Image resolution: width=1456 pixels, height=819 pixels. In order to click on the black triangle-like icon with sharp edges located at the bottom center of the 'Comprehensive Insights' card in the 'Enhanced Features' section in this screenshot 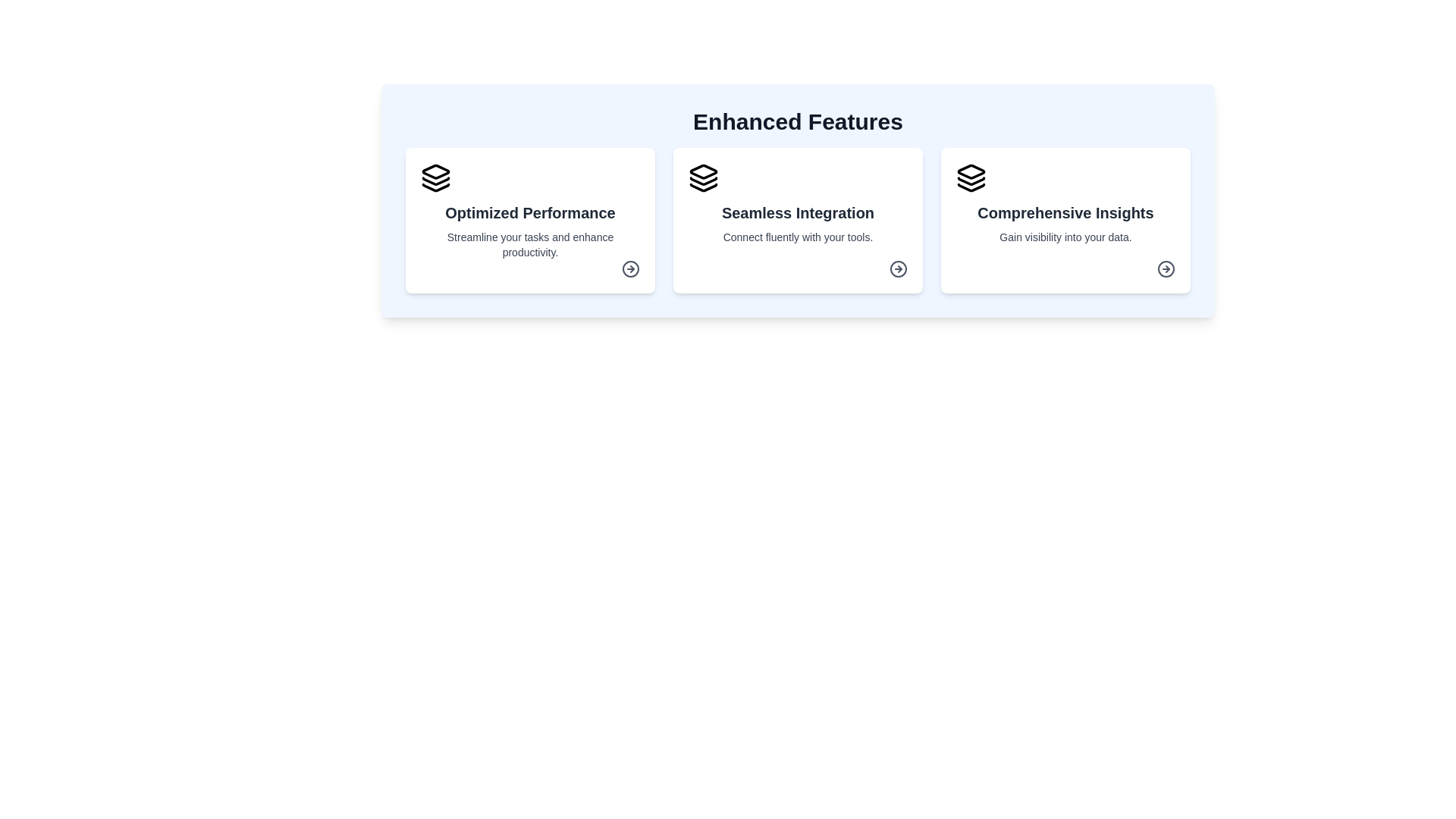, I will do `click(971, 187)`.